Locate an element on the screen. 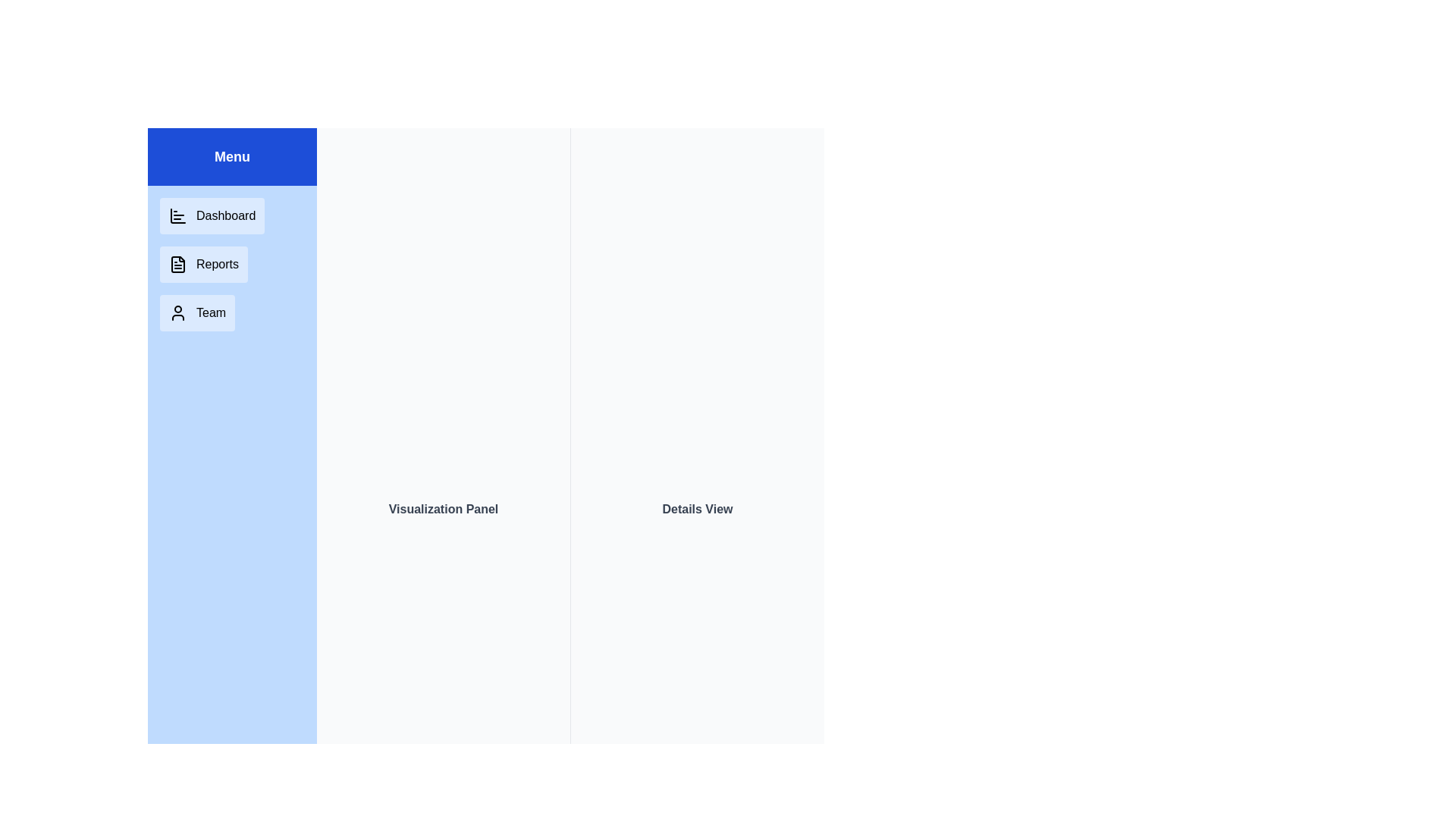  the 'Dashboard' button which contains the bar chart icon on its left side is located at coordinates (178, 216).